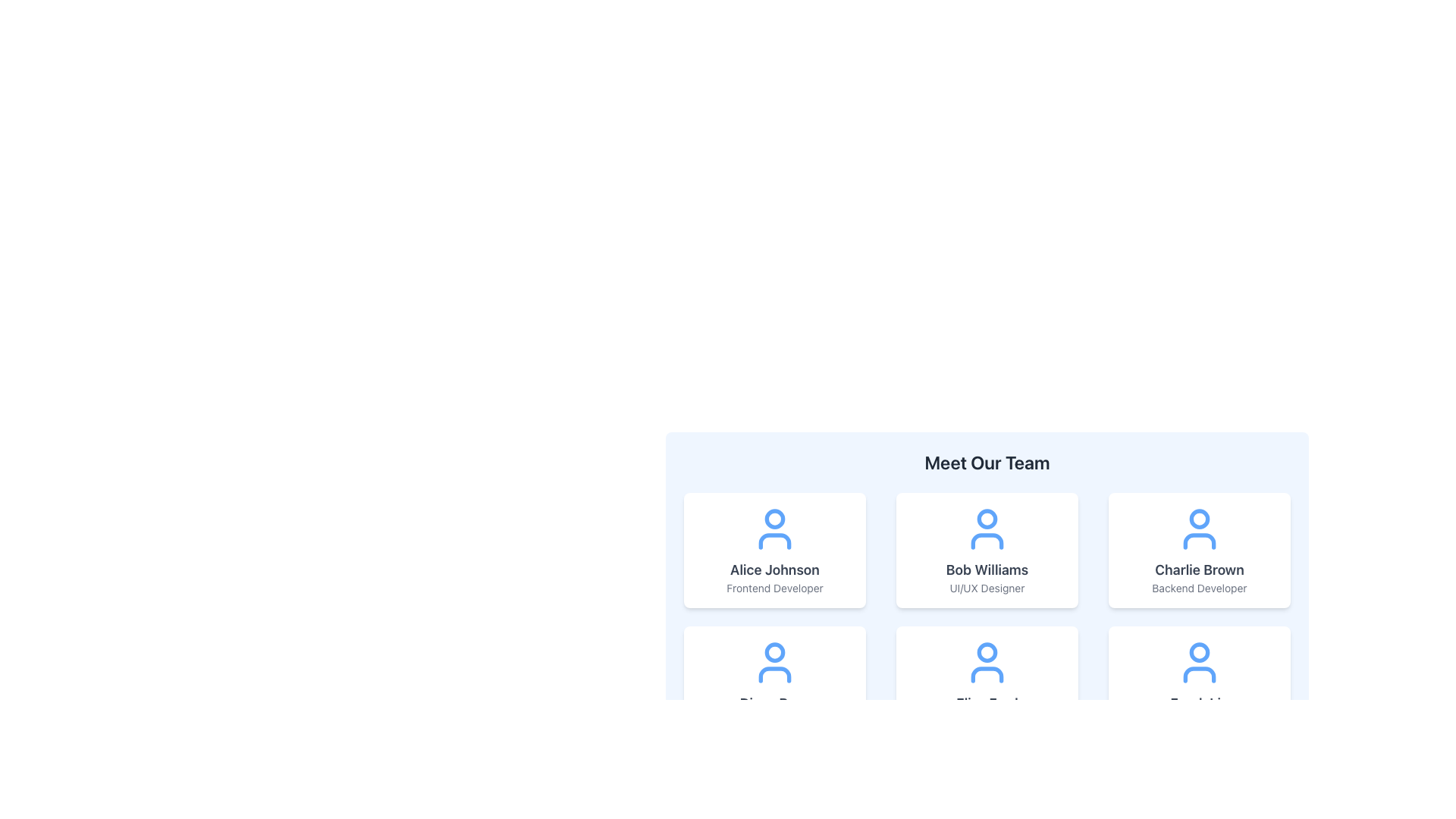 The width and height of the screenshot is (1456, 819). I want to click on the decorative Graphical Circle located at the top-center of the user icon representation for 'Charlie Brown' in the 'Meet Our Team' section, so click(1199, 517).